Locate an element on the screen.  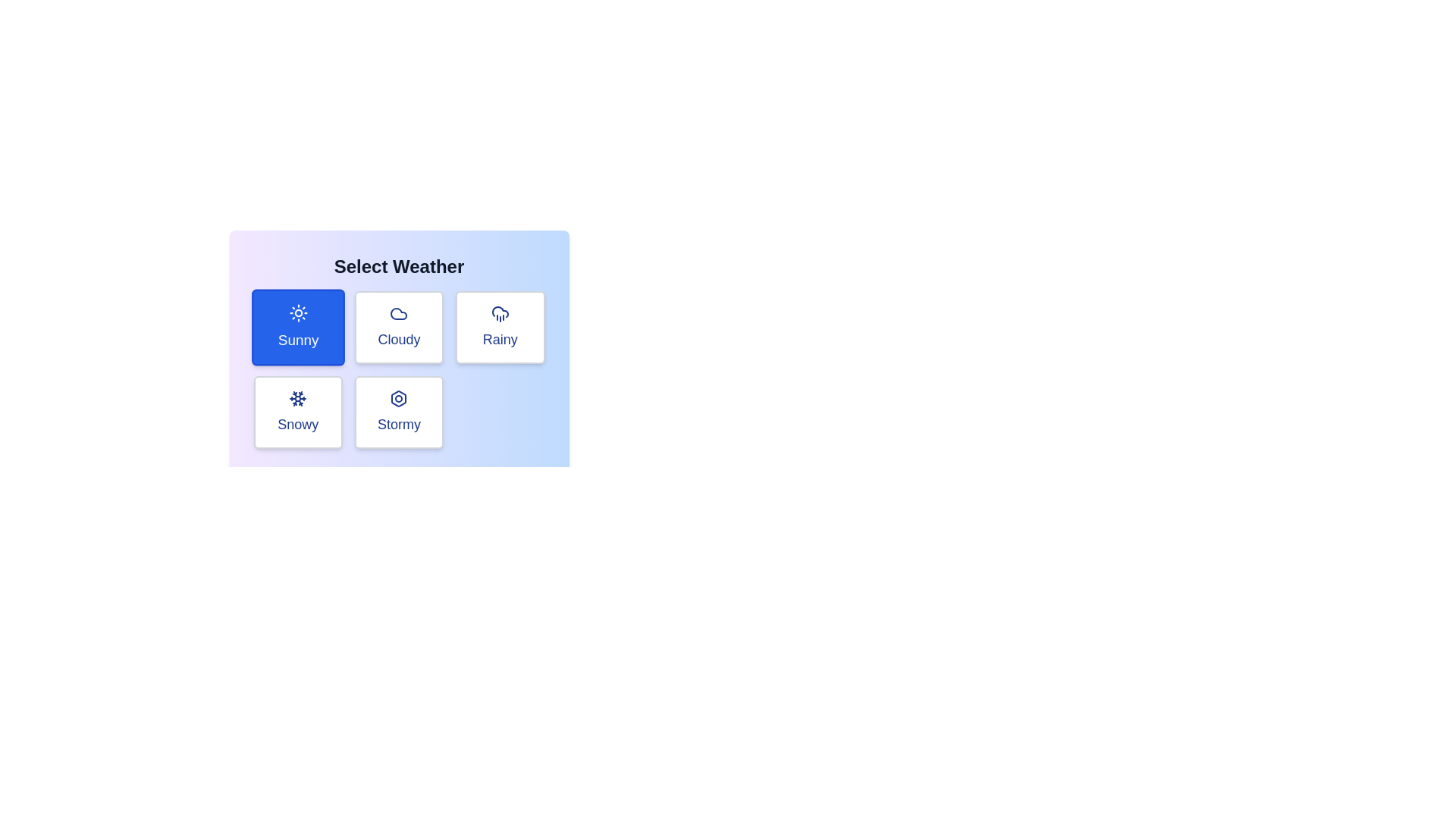
the 'Rainy' button, which is a rectangular button with a cloud and rain icon, located in the top-right of a 3x2 grid layout is located at coordinates (500, 327).